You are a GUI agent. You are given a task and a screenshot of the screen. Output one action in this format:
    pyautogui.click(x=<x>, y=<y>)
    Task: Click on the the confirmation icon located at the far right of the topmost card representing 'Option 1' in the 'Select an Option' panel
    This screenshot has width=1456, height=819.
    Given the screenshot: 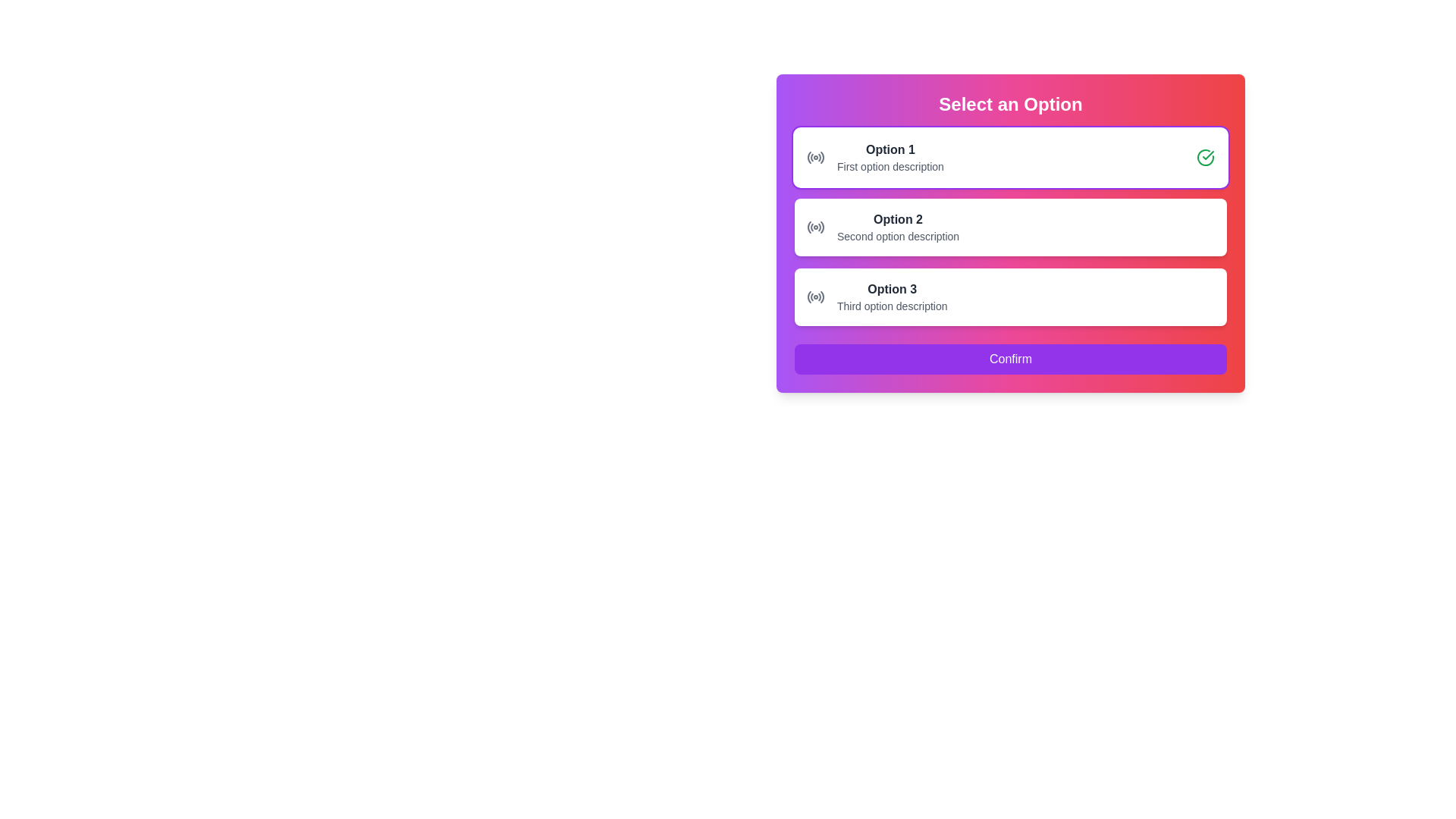 What is the action you would take?
    pyautogui.click(x=1204, y=158)
    